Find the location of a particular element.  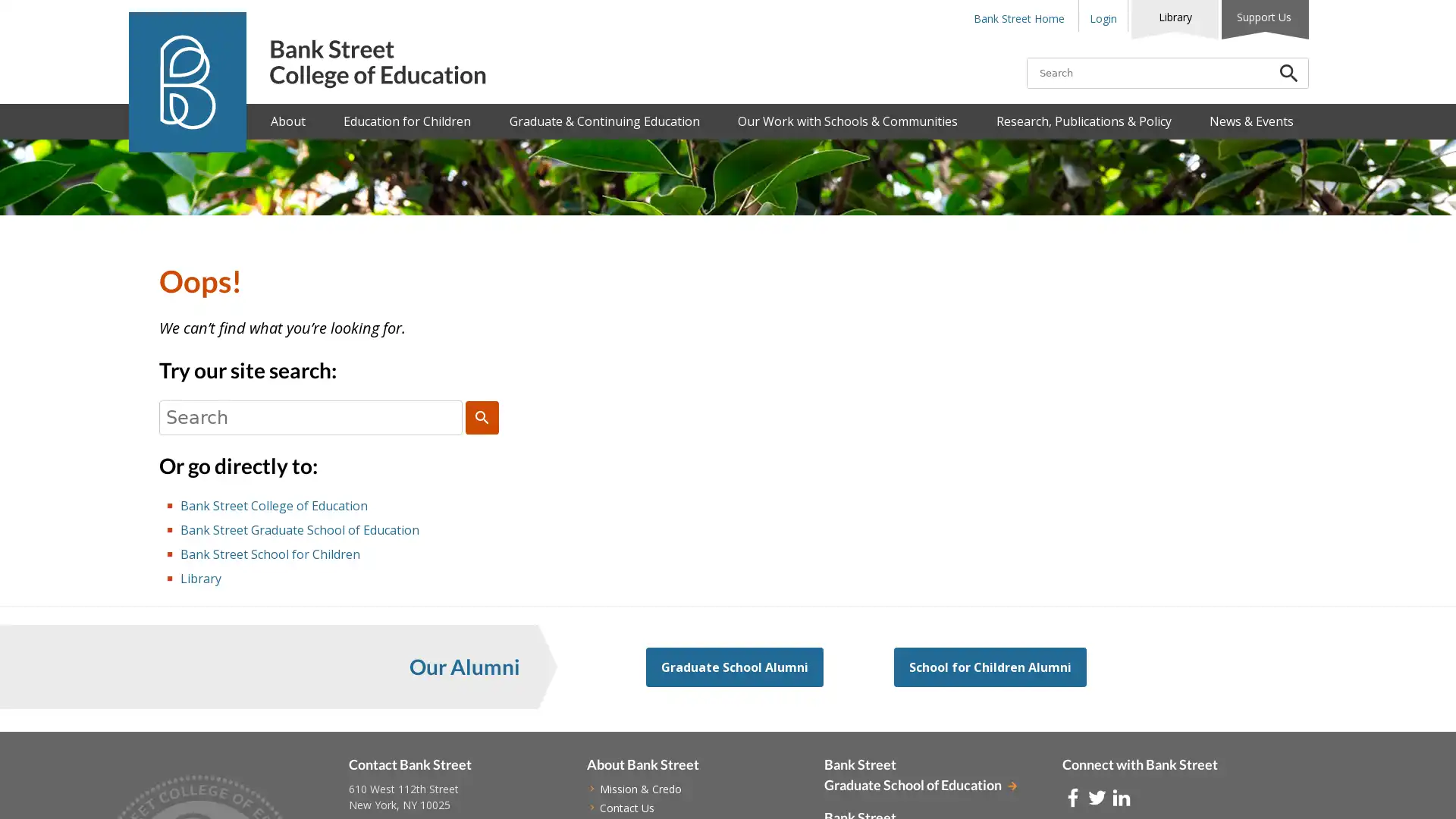

Search is located at coordinates (1288, 73).